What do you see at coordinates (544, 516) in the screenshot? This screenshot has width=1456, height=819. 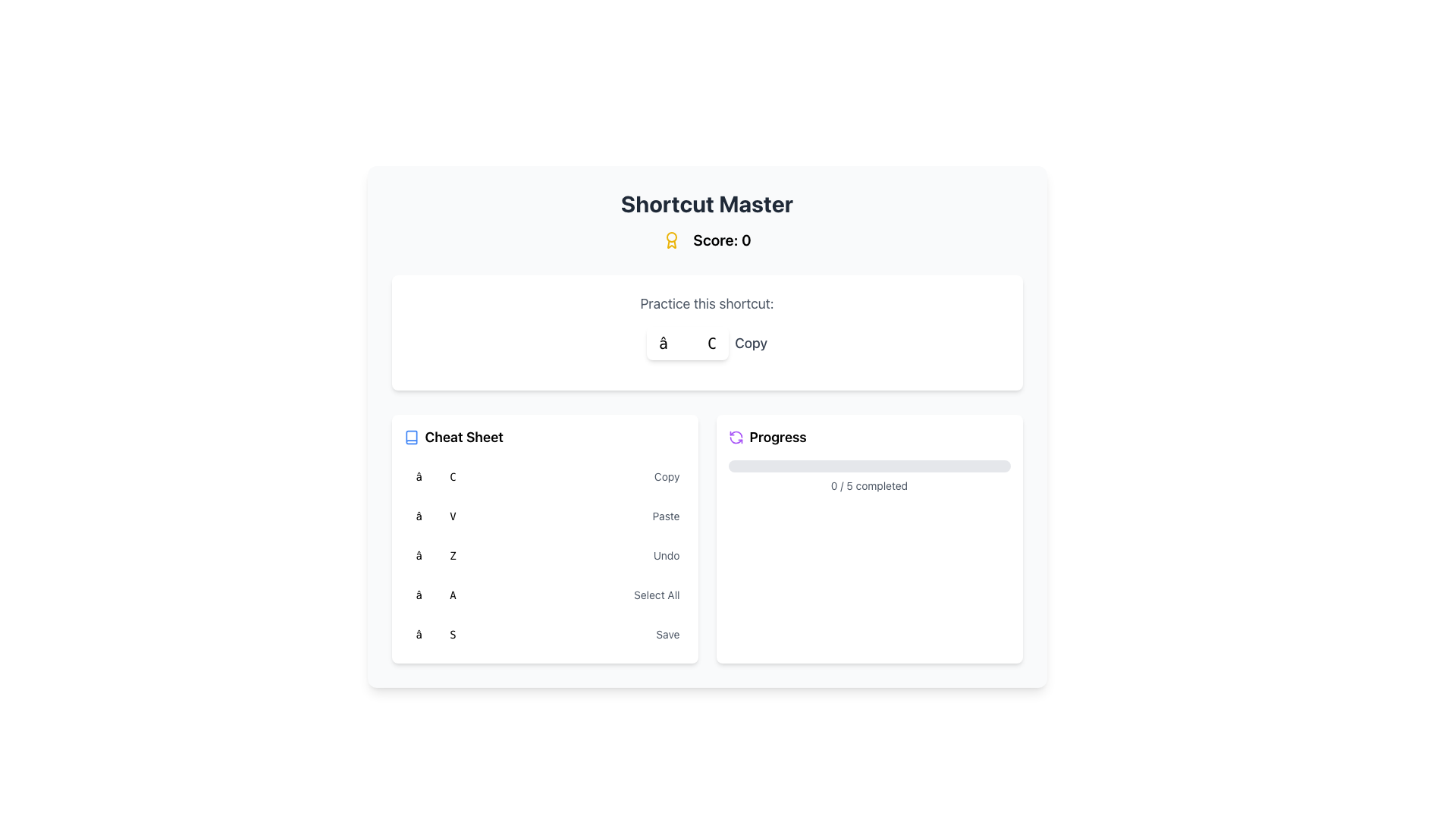 I see `the list item displaying the keyboard shortcut '⌘ V' for the Paste function, located in the Cheat Sheet section of the interface` at bounding box center [544, 516].